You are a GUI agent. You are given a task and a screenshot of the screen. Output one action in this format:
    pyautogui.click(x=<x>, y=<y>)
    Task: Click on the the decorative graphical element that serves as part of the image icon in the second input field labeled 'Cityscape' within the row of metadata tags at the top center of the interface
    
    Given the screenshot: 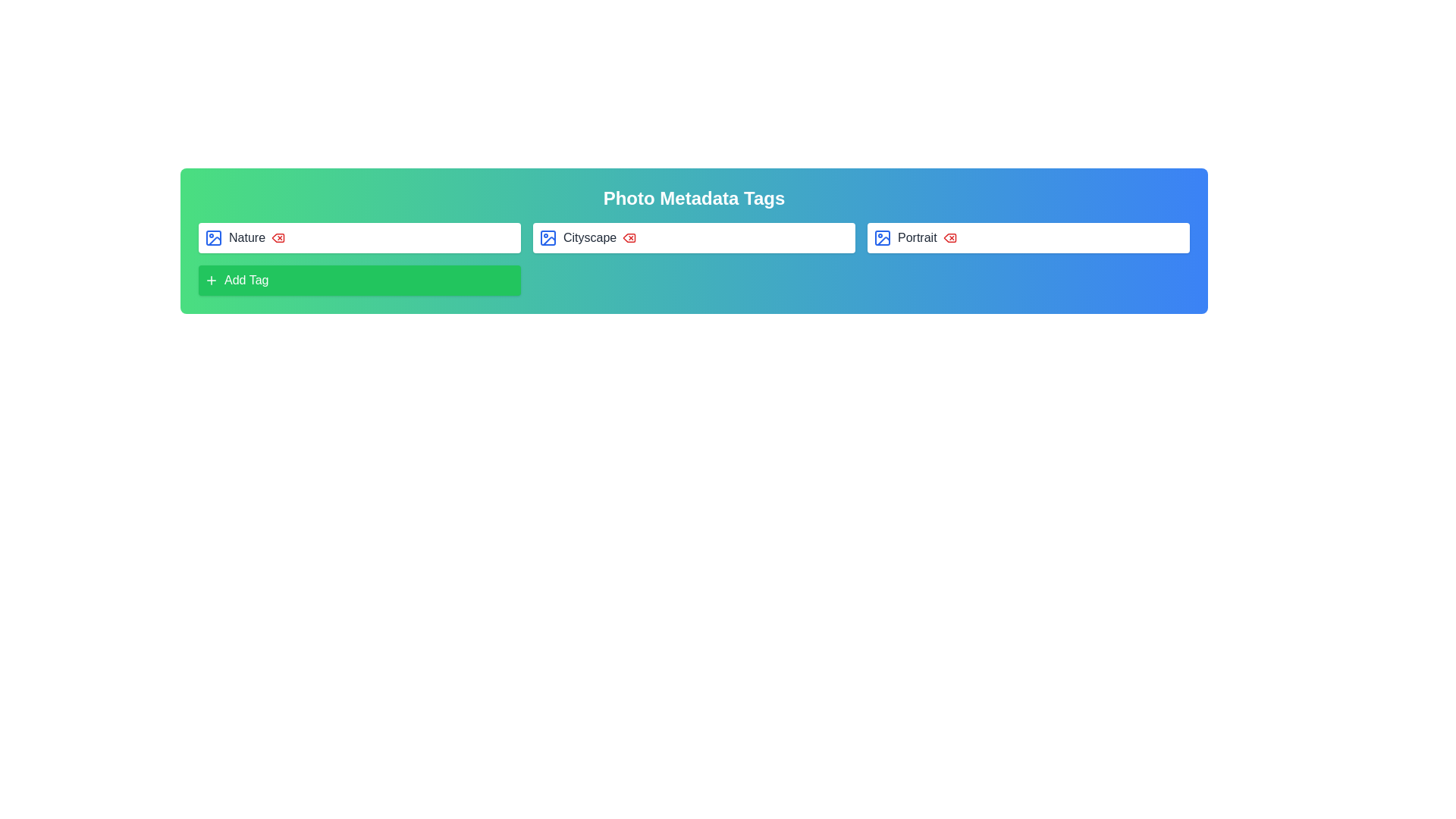 What is the action you would take?
    pyautogui.click(x=548, y=237)
    